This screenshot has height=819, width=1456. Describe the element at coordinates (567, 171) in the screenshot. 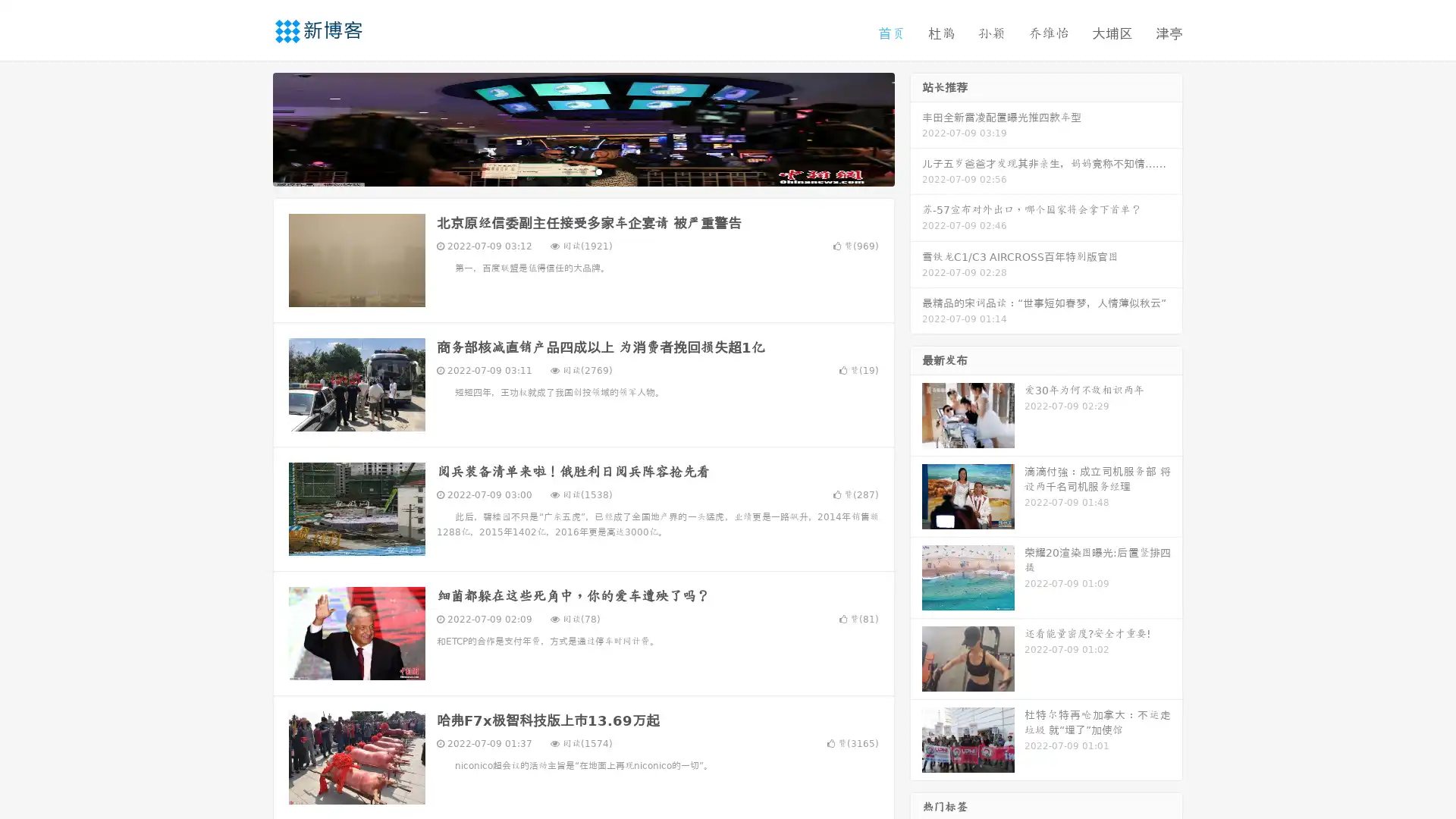

I see `Go to slide 1` at that location.